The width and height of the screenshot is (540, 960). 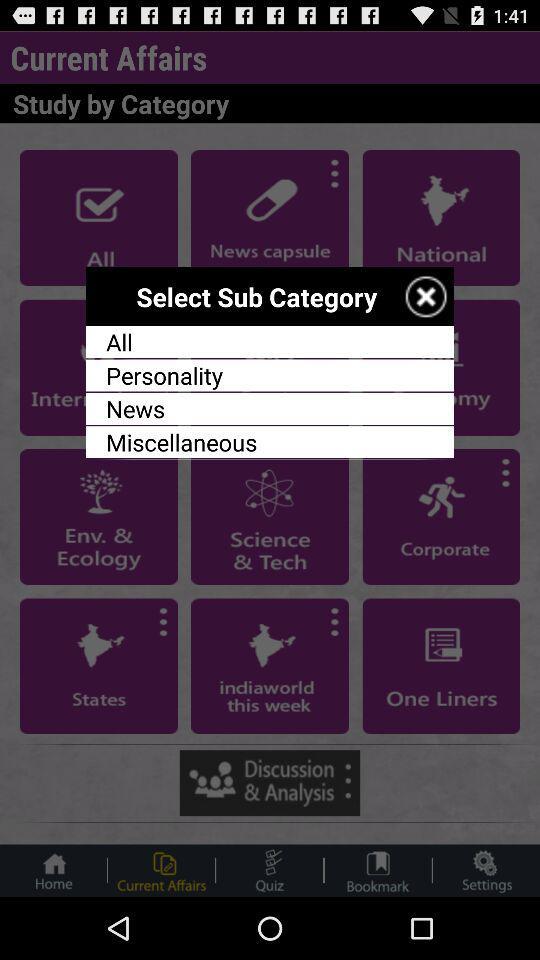 I want to click on icon next to select sub category icon, so click(x=425, y=295).